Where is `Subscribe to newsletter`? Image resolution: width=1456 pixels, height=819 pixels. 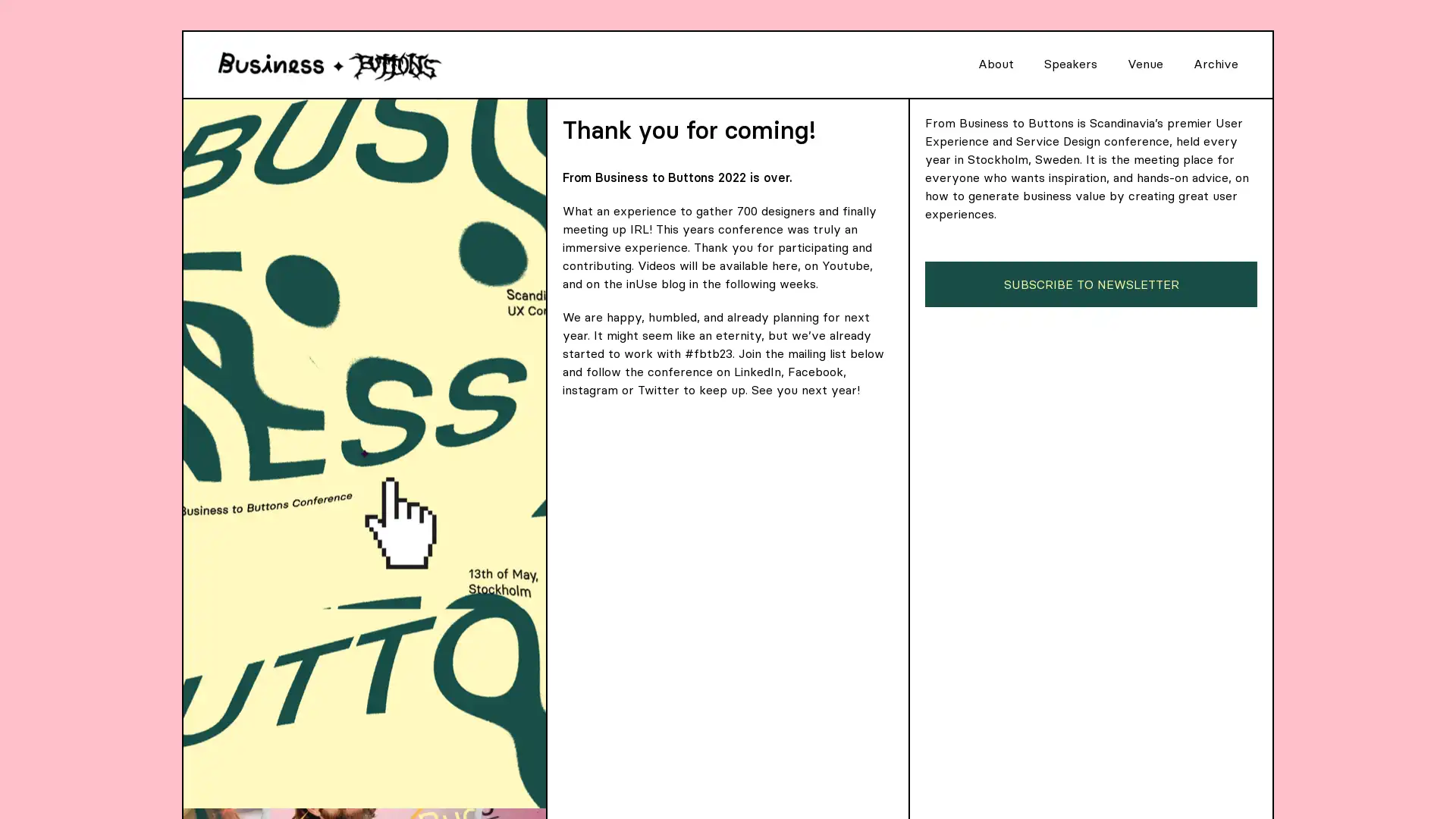 Subscribe to newsletter is located at coordinates (1090, 284).